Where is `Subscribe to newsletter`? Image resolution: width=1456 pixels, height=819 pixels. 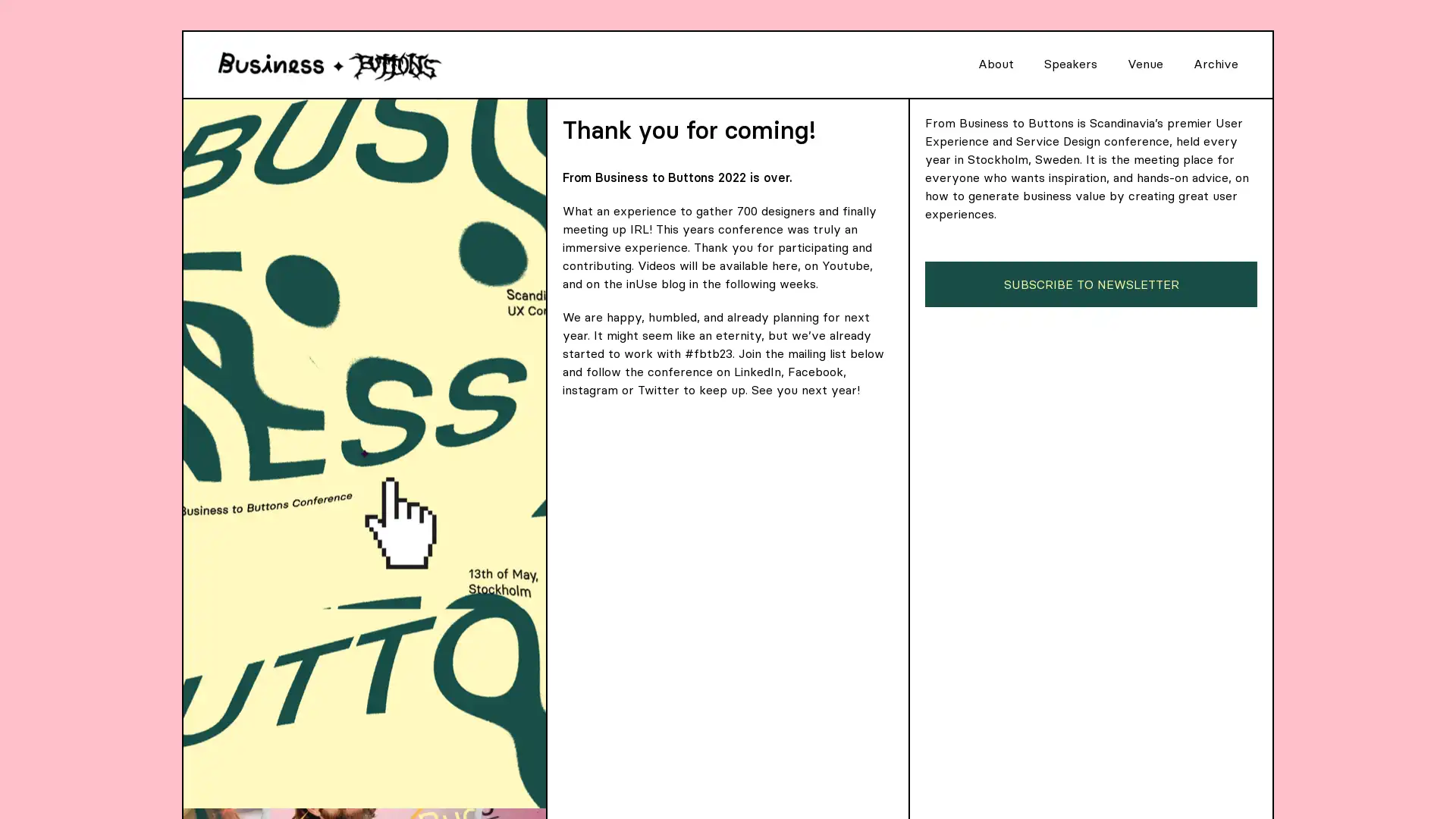 Subscribe to newsletter is located at coordinates (1090, 284).